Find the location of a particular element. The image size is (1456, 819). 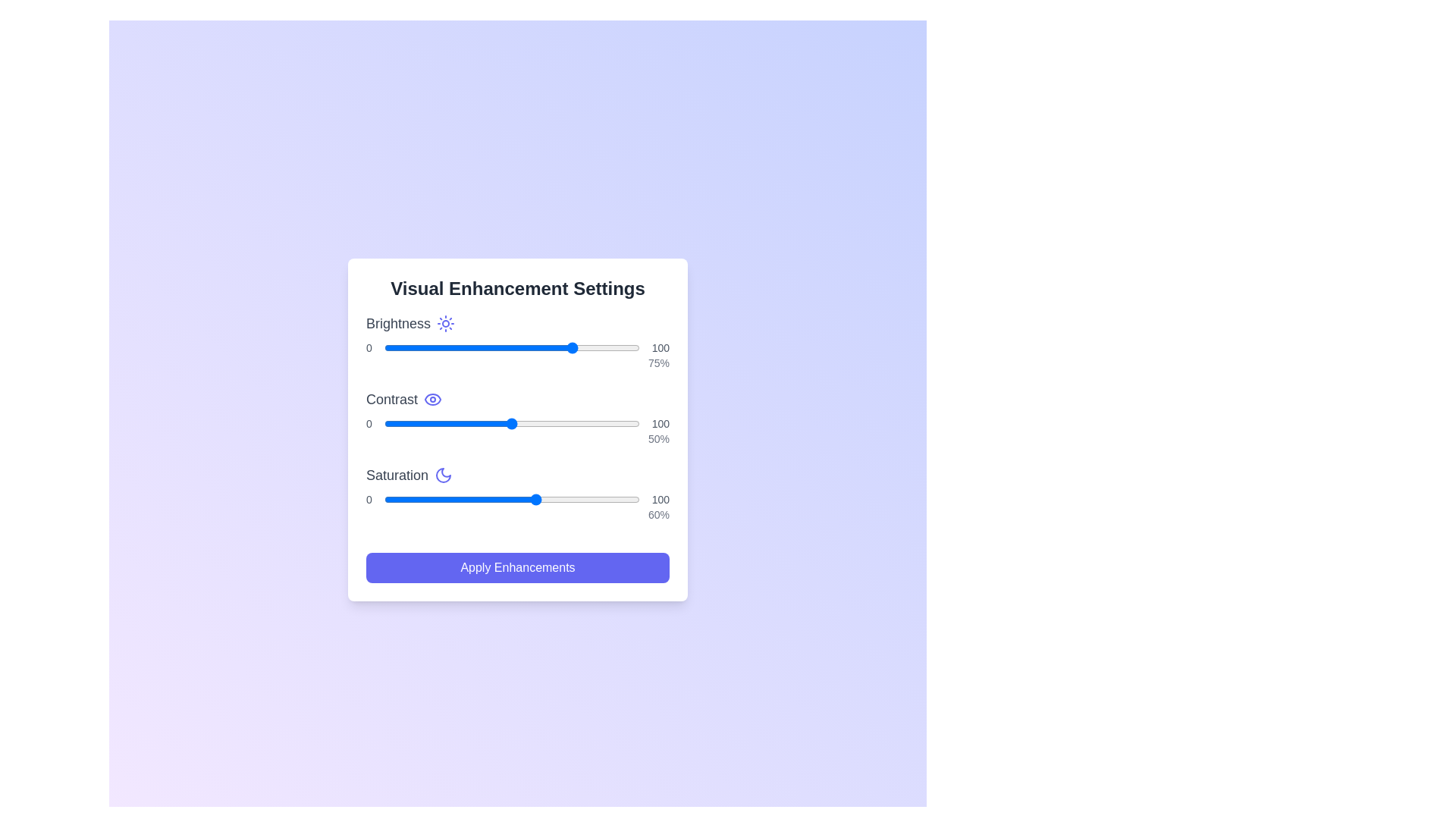

the saturation slider to 17% is located at coordinates (427, 500).